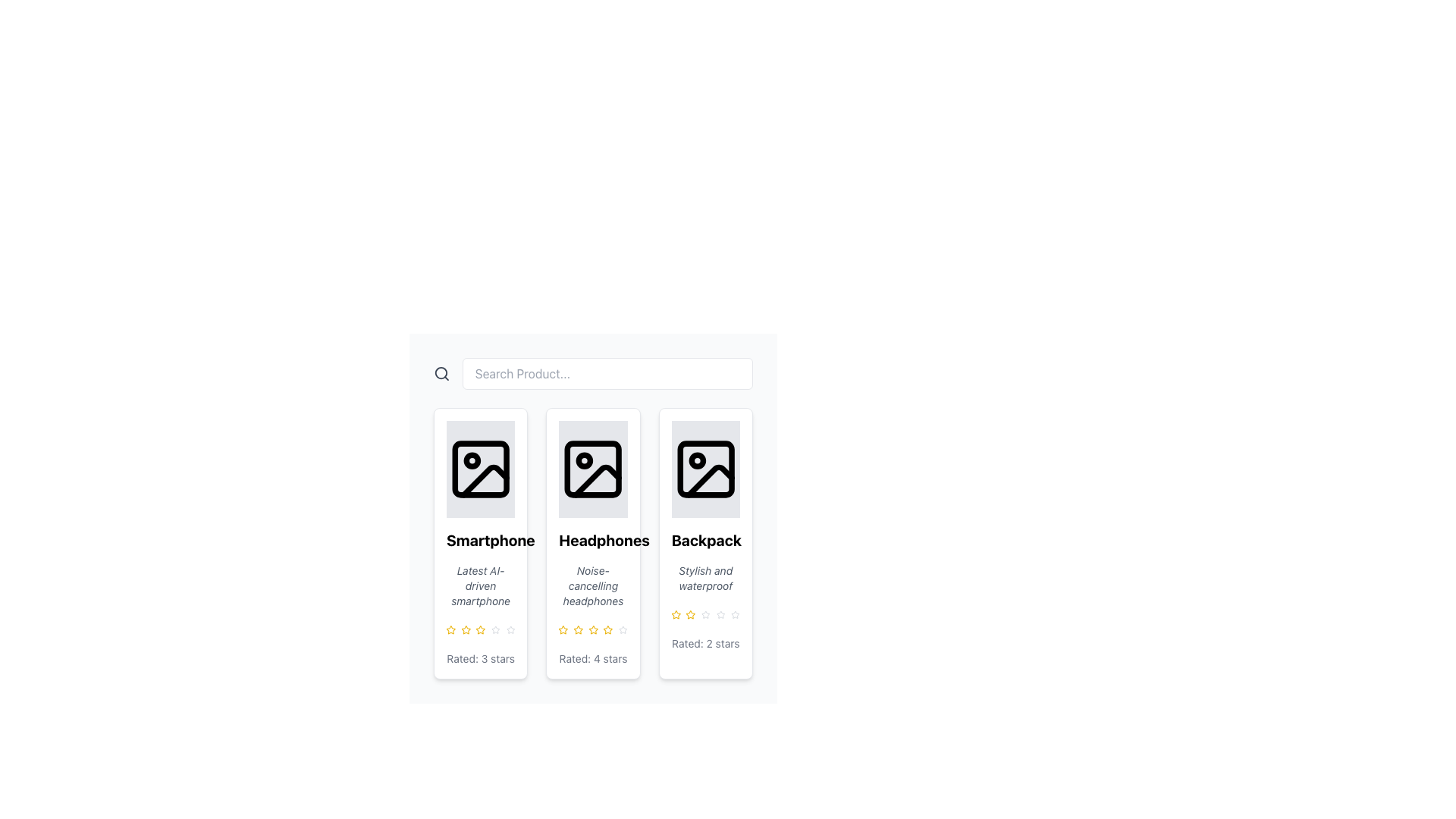 The image size is (1456, 819). I want to click on the first star in the 5-star rating system located at the bottom of the third card labeled 'Backpack', so click(690, 614).